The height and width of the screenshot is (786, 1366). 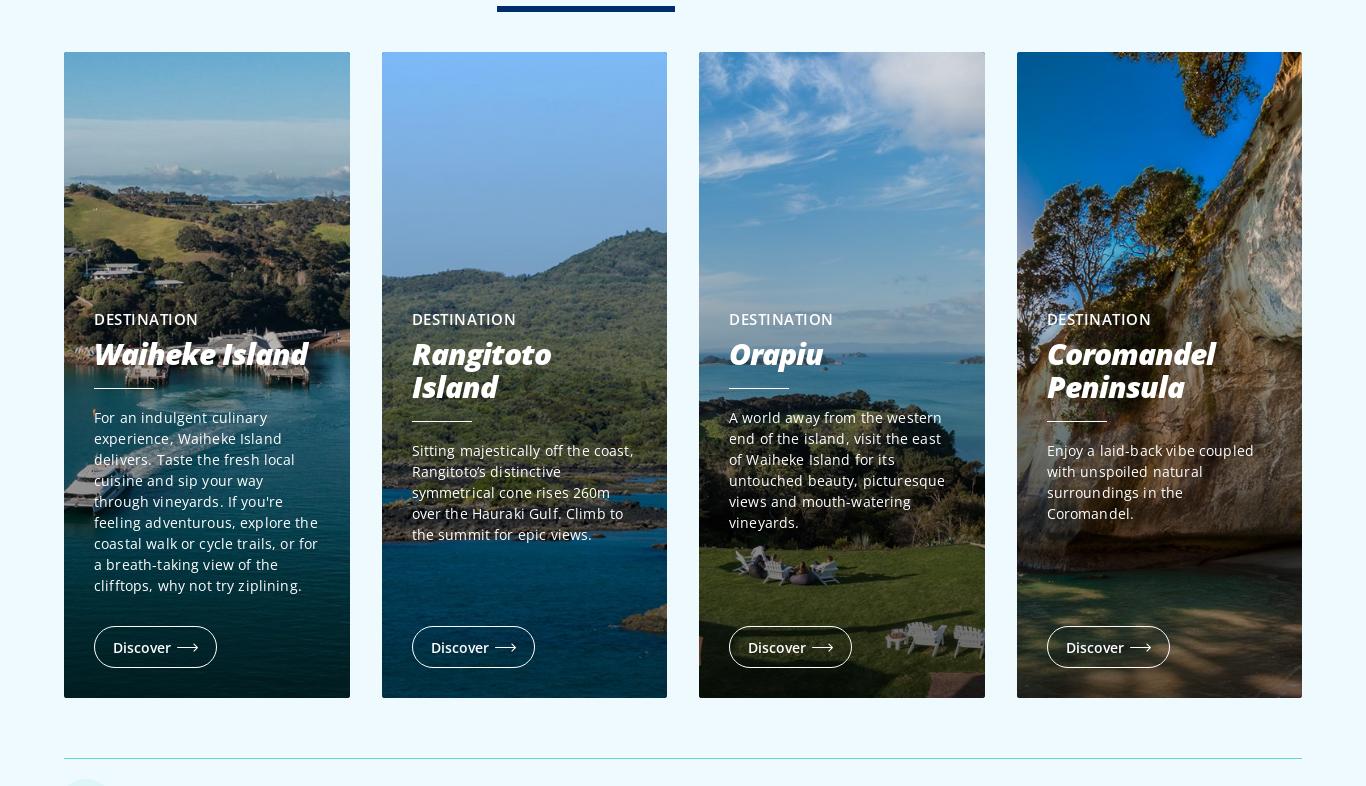 What do you see at coordinates (199, 353) in the screenshot?
I see `'Waiheke Island'` at bounding box center [199, 353].